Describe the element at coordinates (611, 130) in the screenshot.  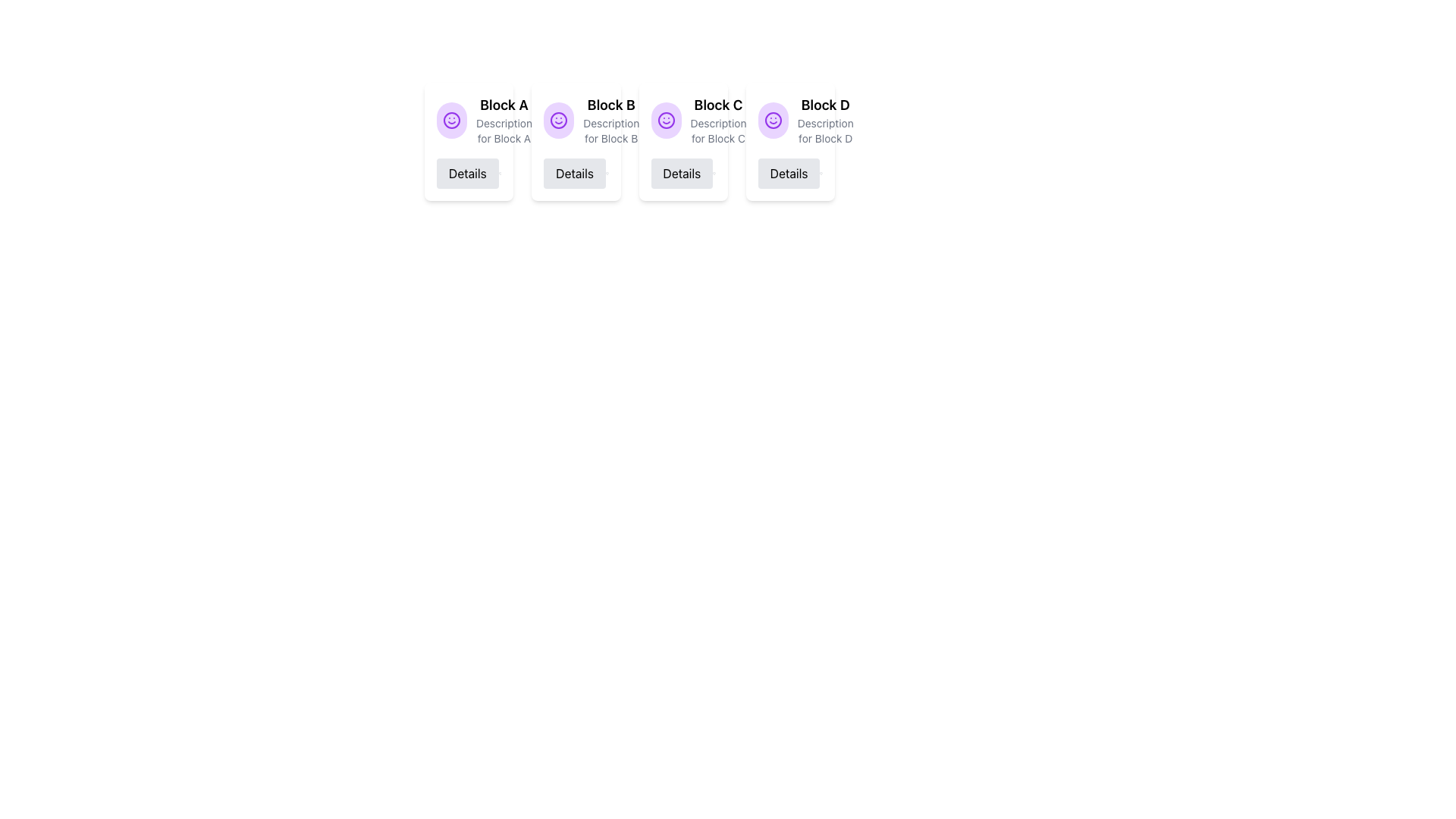
I see `the text element labeled 'Description for Block B', which is styled in a smaller gray font and positioned beneath the bold 'Block B' title` at that location.